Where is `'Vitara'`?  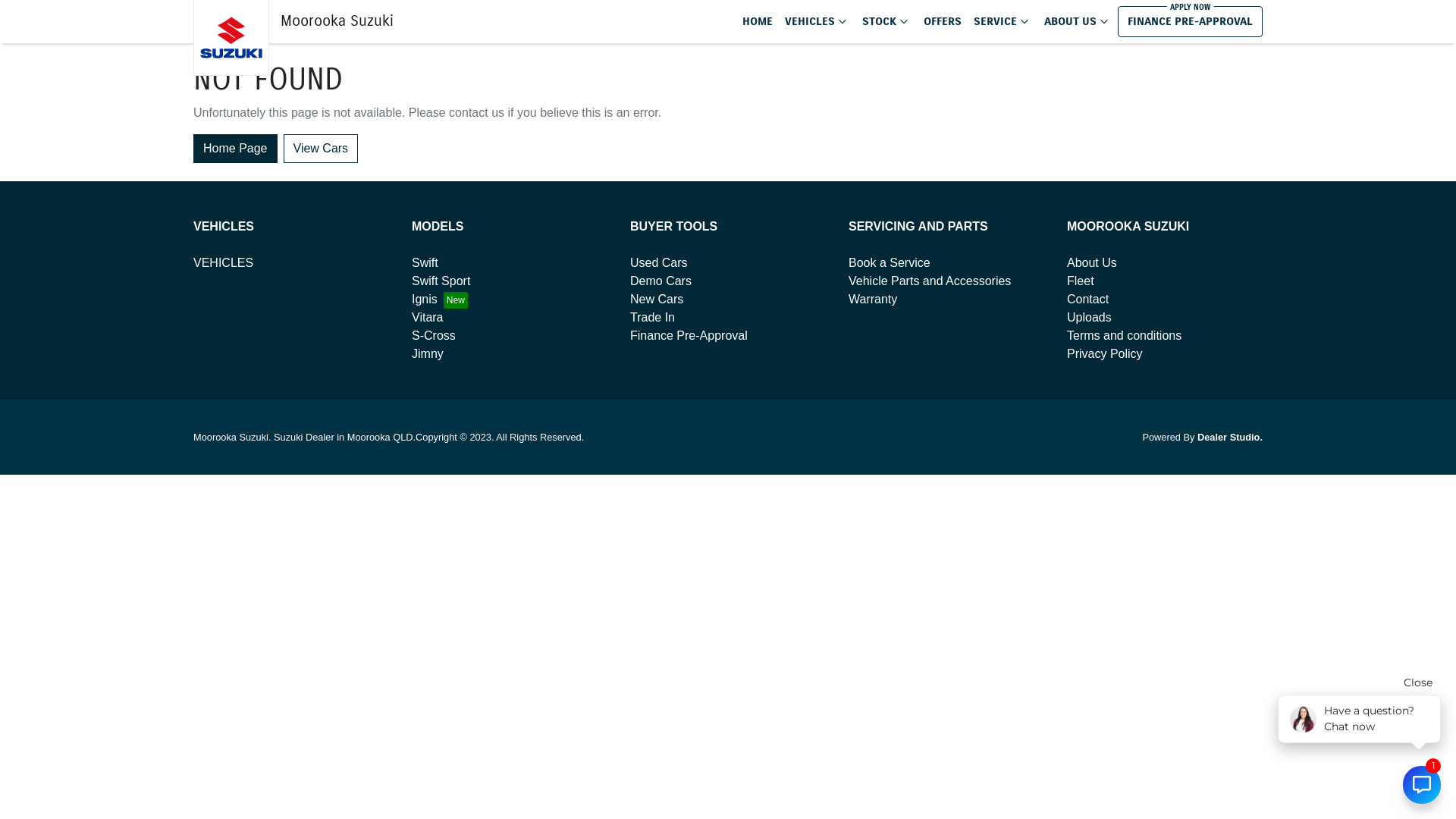
'Vitara' is located at coordinates (427, 316).